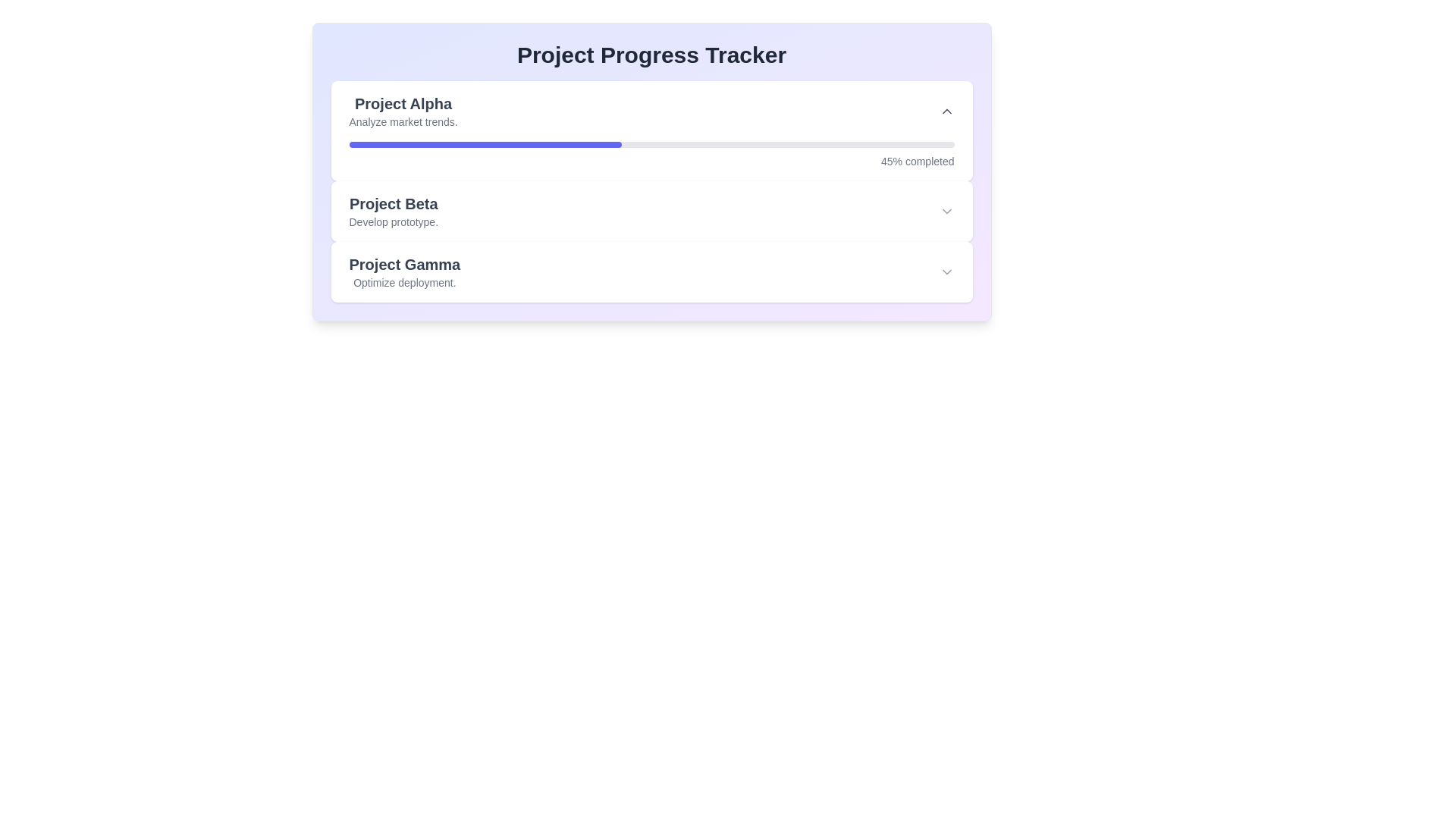 This screenshot has width=1456, height=819. I want to click on the horizontal progress bar with the percentage indicator reading '45% completed' located in the 'Project Alpha' section of the 'Project Progress Tracker', so click(651, 155).